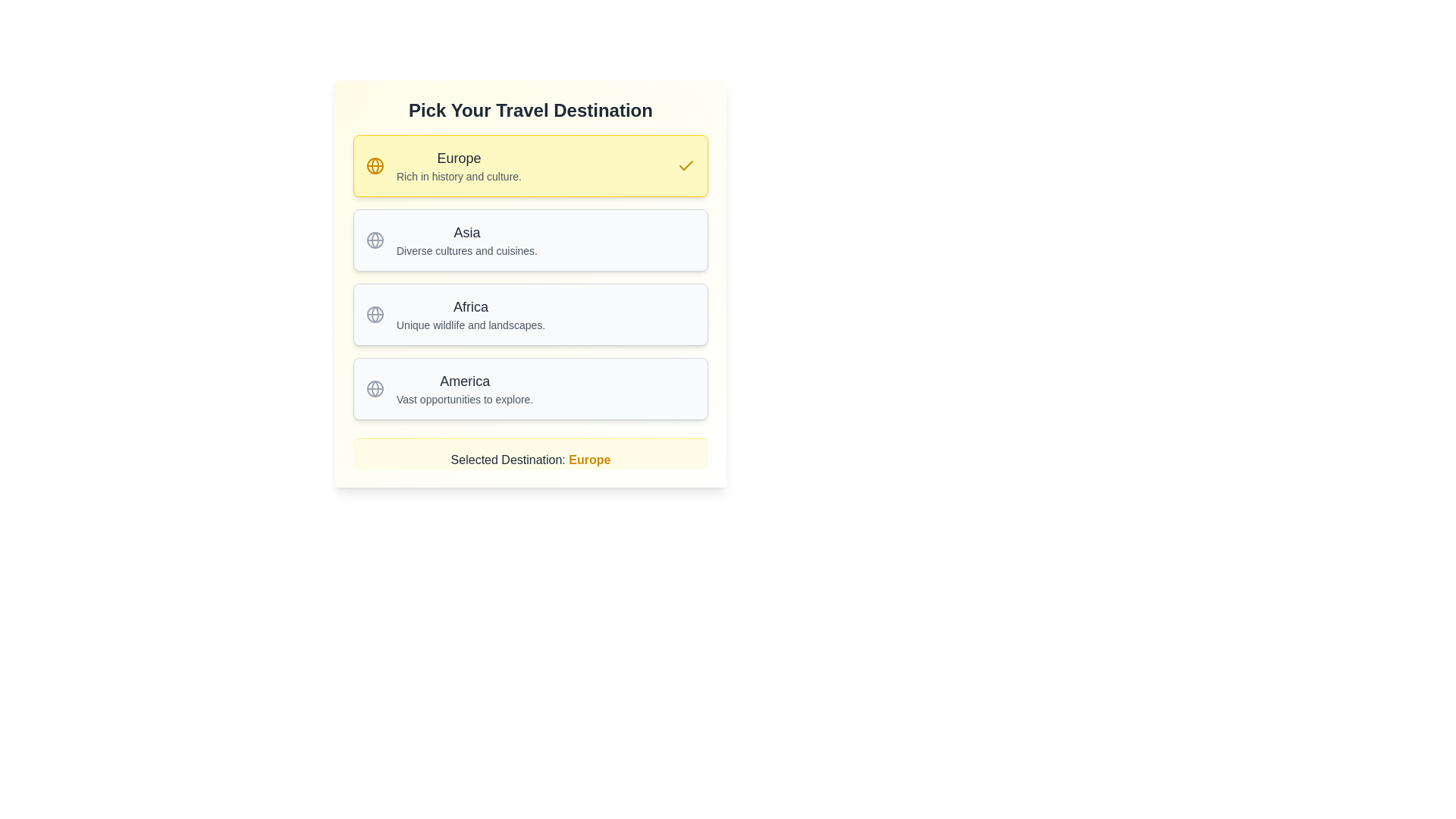 The image size is (1456, 819). Describe the element at coordinates (375, 239) in the screenshot. I see `the appearance of the globe icon located to the immediate left of the text label for the list item 'Asia' in the vertical menu layout` at that location.